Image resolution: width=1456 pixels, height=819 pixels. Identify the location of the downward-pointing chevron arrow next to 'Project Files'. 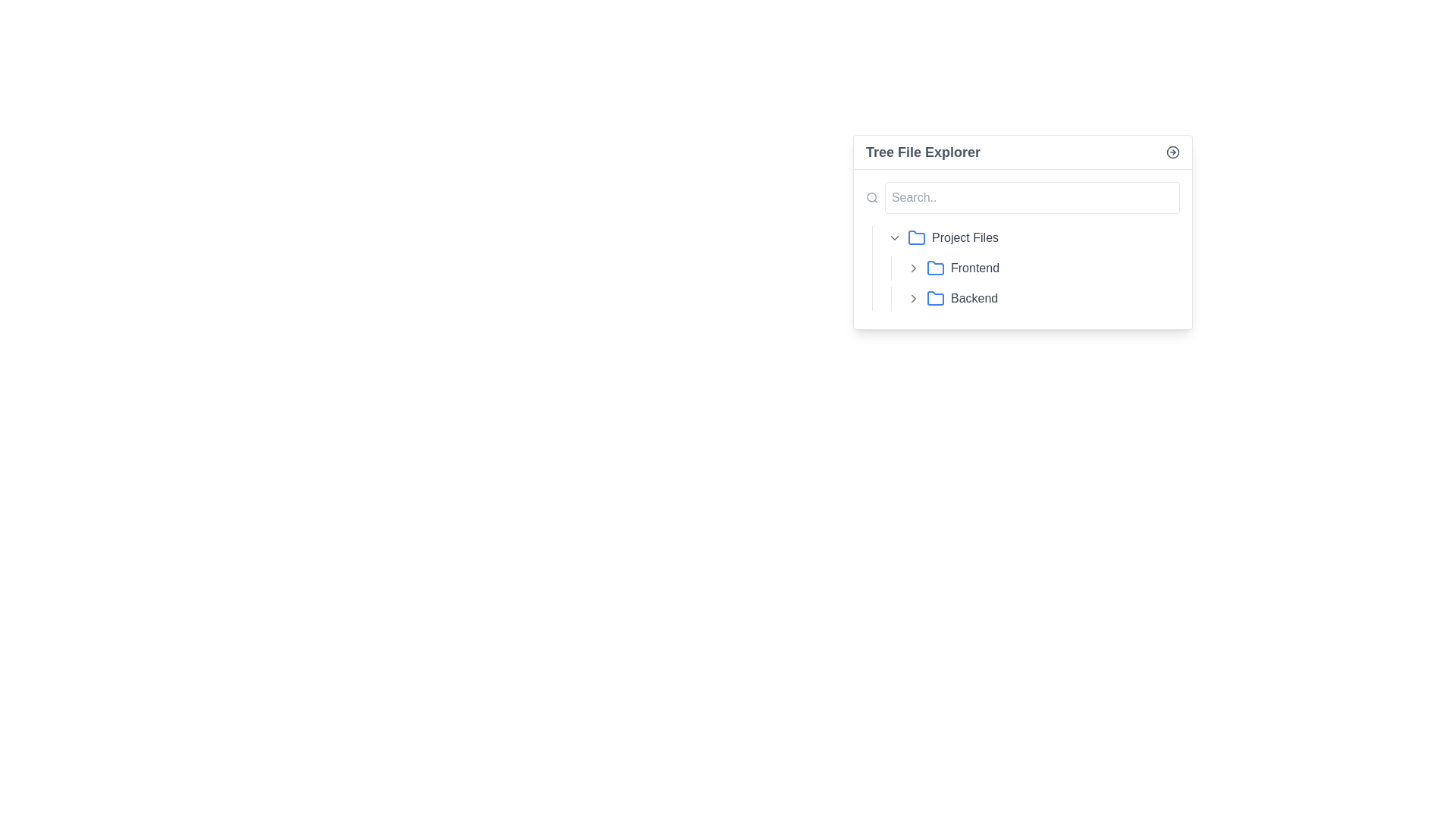
(895, 237).